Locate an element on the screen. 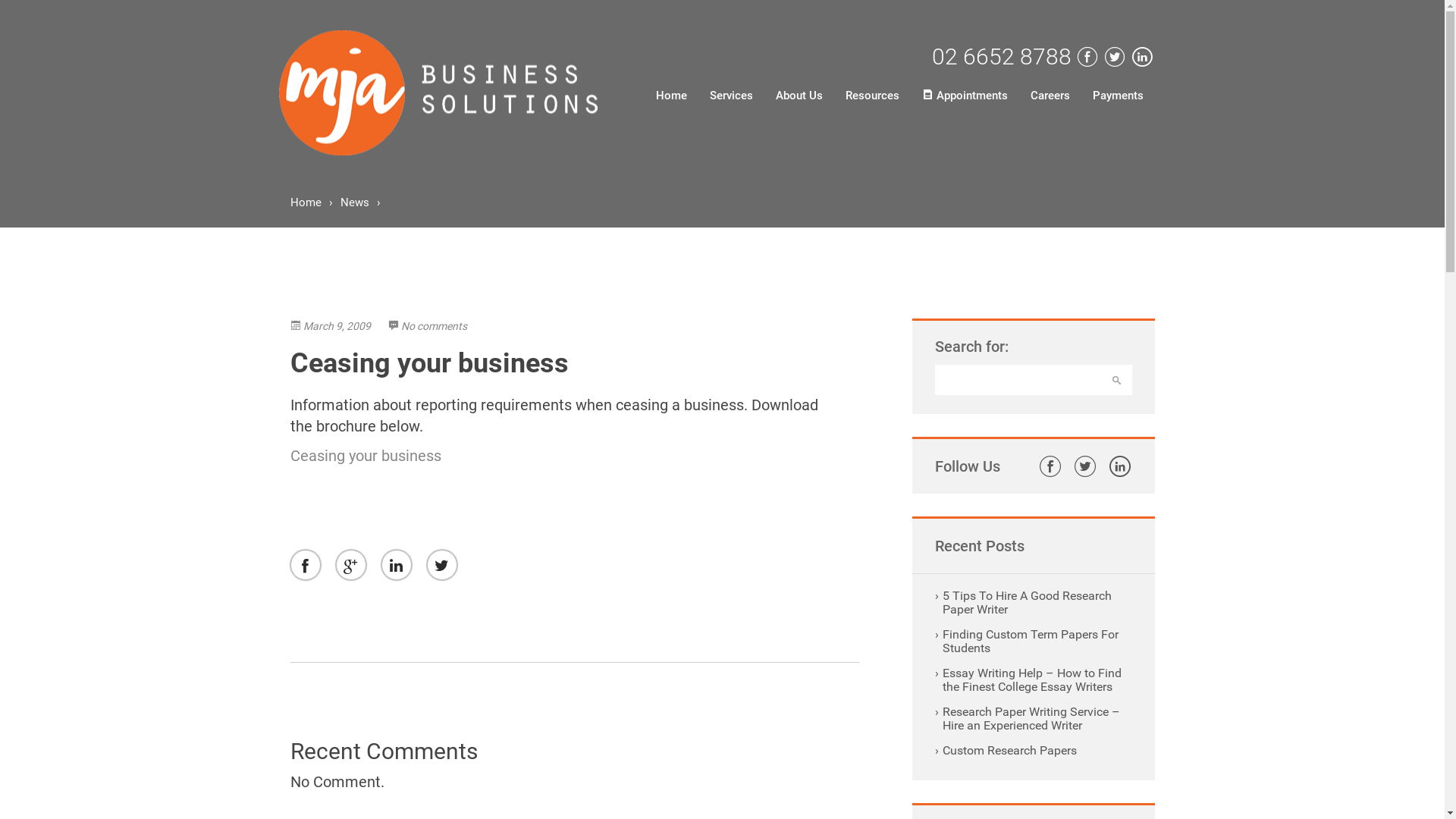 Image resolution: width=1456 pixels, height=819 pixels. '02 6652 8788' is located at coordinates (1001, 55).